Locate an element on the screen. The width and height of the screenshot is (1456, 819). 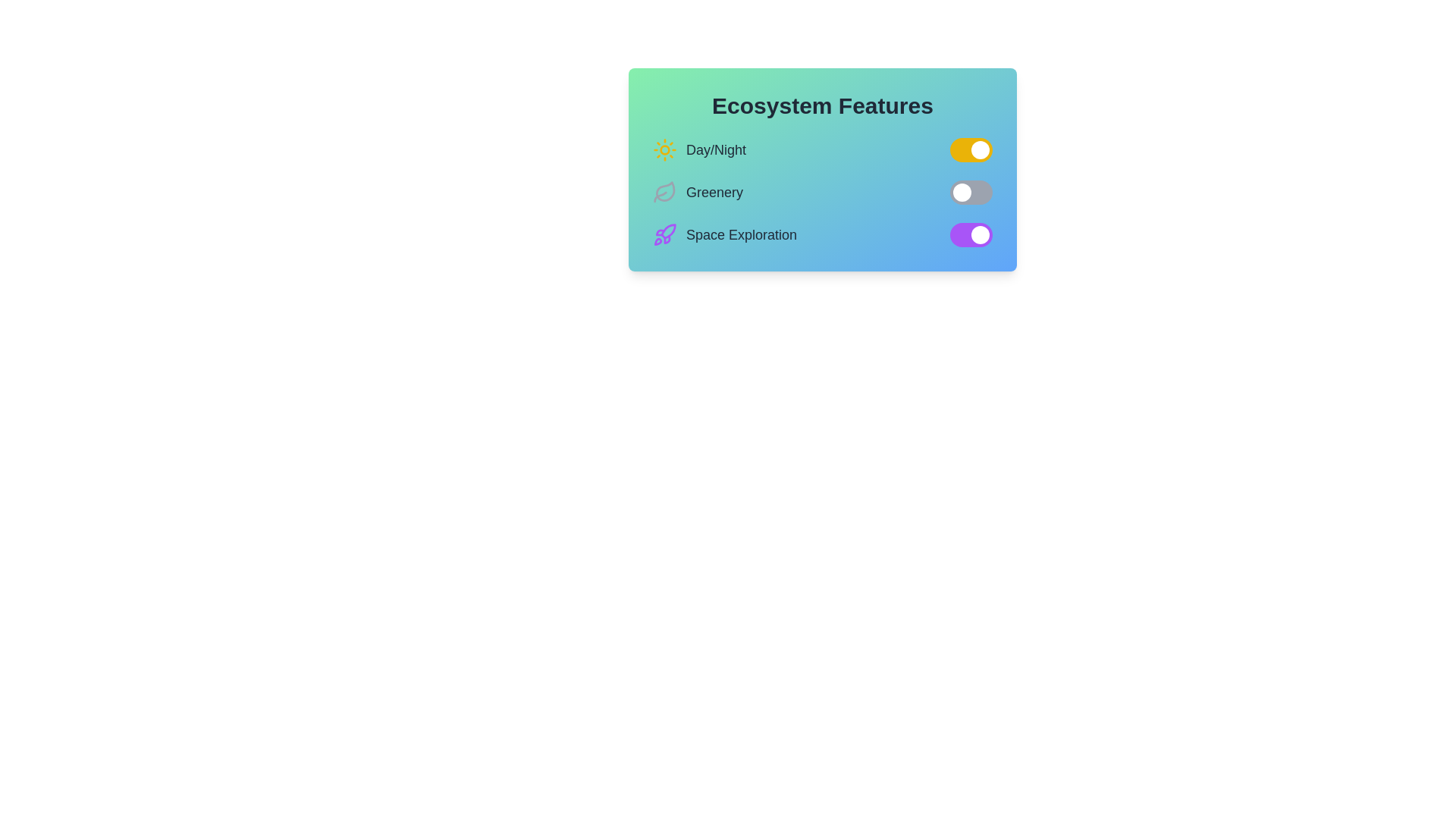
the visual representation of the stylized sun icon located to the left of the 'Day/Night' text under the 'Ecosystem Features' section is located at coordinates (665, 149).